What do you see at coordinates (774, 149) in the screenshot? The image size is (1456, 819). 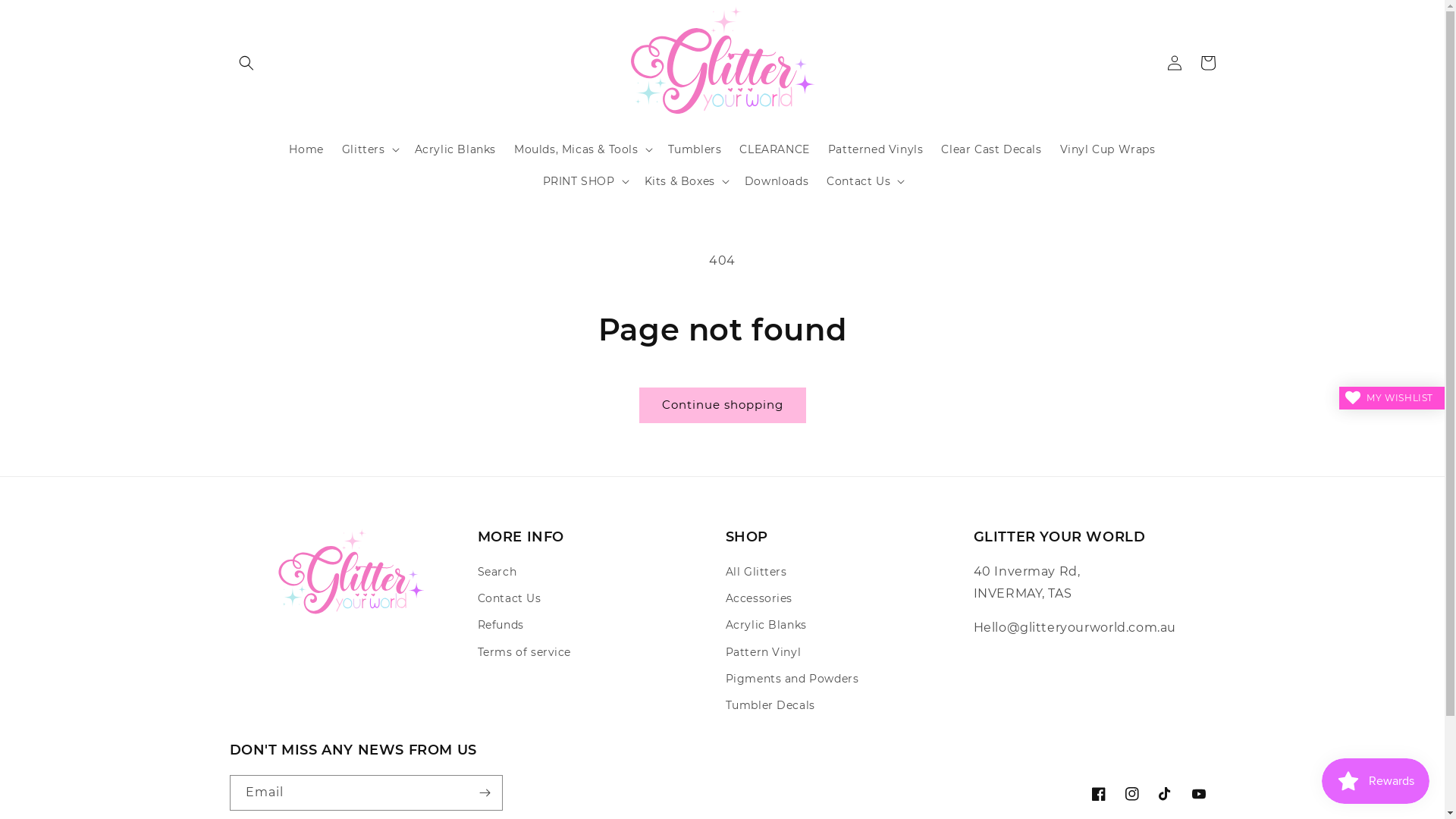 I see `'CLEARANCE'` at bounding box center [774, 149].